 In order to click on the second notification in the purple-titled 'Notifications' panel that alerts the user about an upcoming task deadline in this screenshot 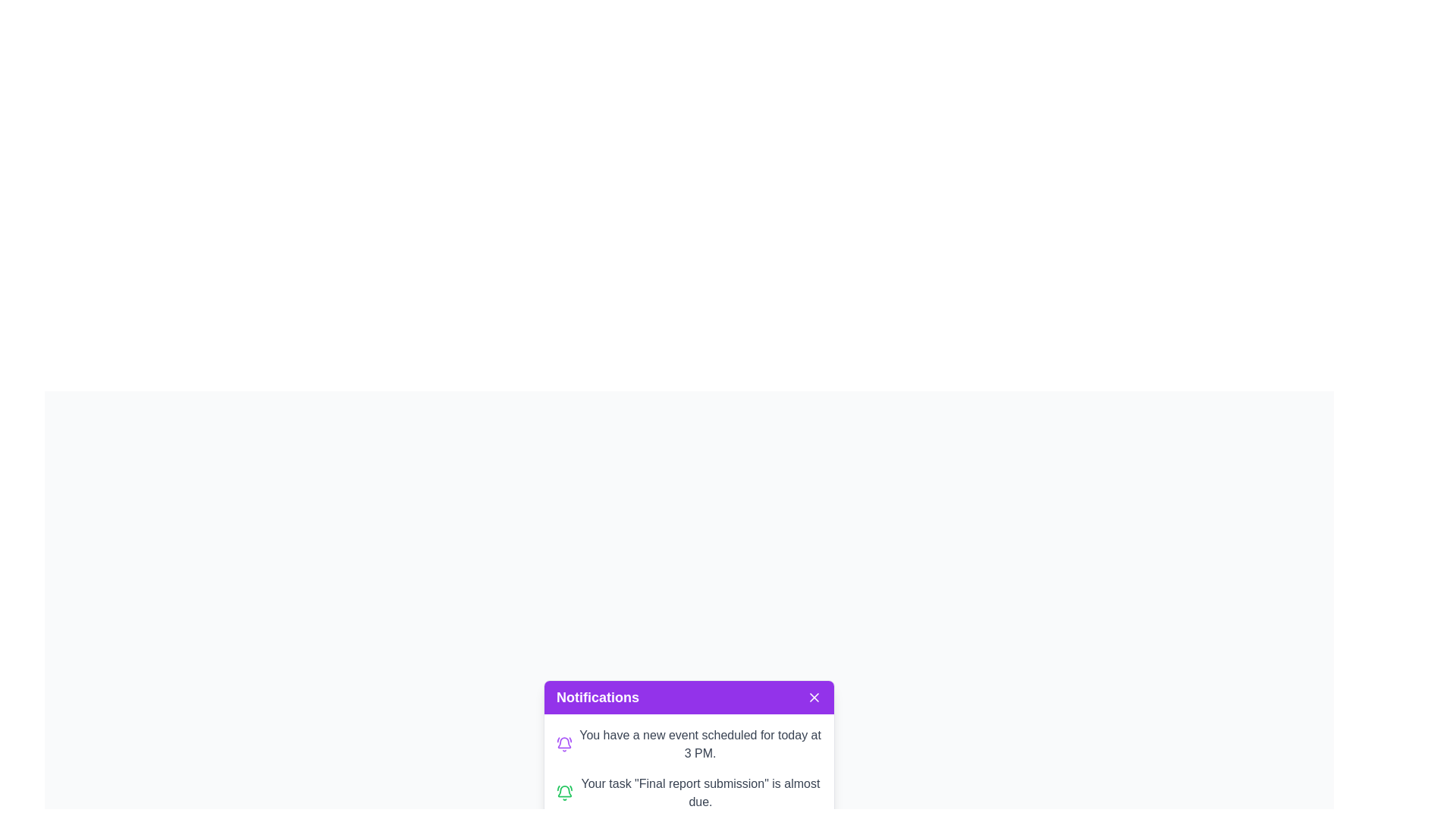, I will do `click(688, 792)`.